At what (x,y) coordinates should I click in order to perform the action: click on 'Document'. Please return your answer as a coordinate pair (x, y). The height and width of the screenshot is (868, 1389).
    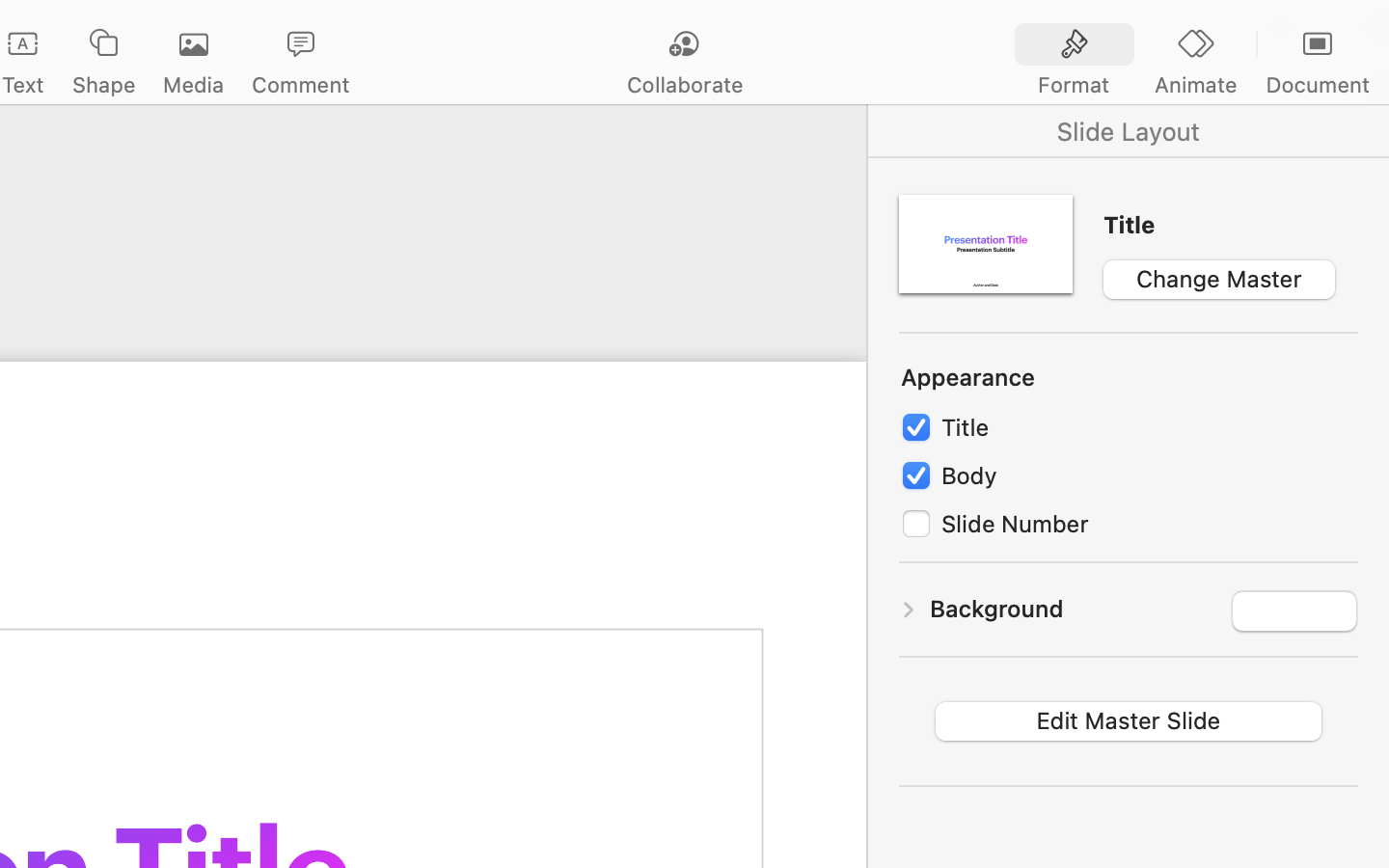
    Looking at the image, I should click on (1315, 84).